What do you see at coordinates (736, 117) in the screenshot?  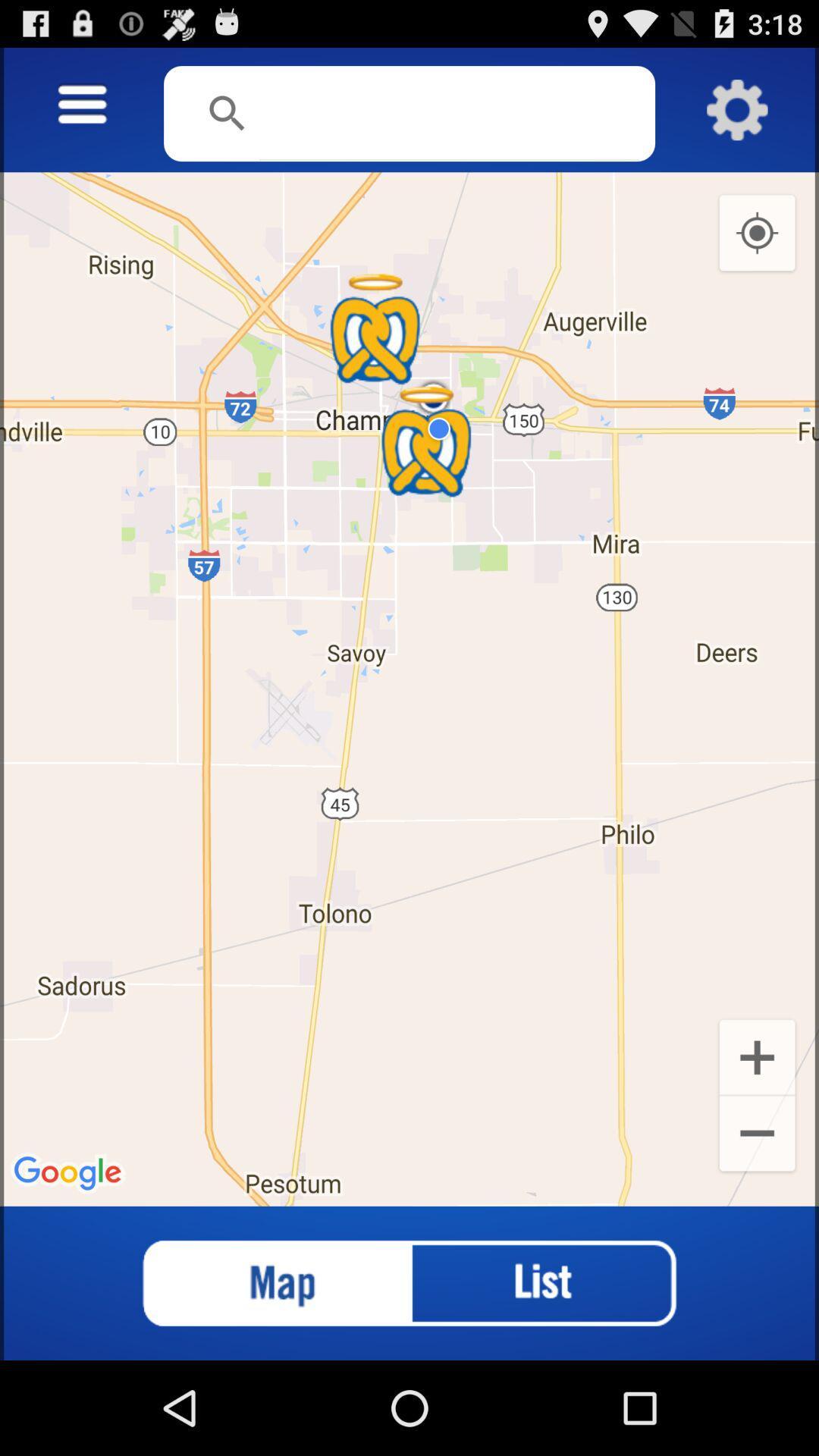 I see `the settings icon` at bounding box center [736, 117].